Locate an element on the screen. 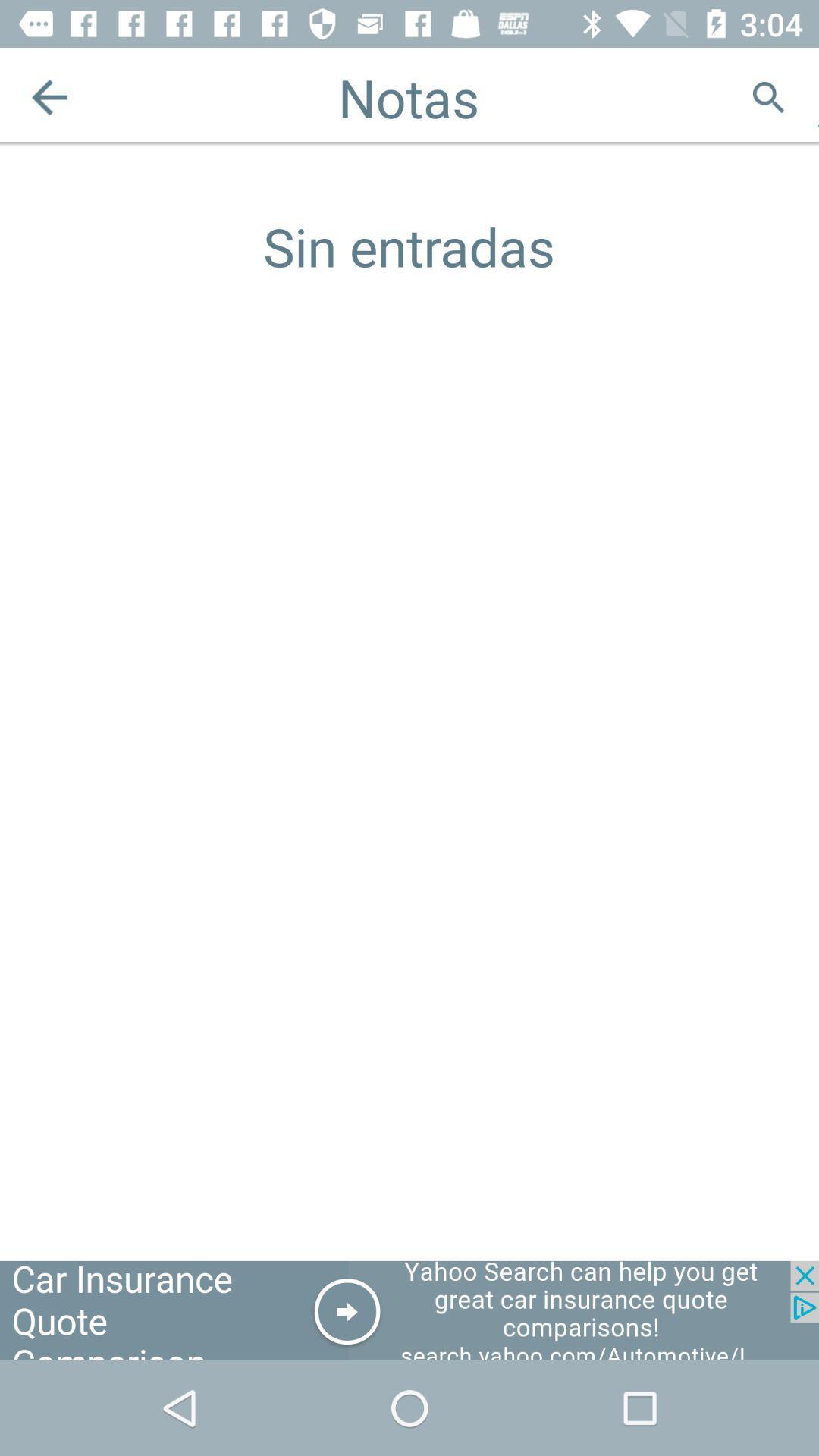 The width and height of the screenshot is (819, 1456). advertisement is located at coordinates (409, 1310).